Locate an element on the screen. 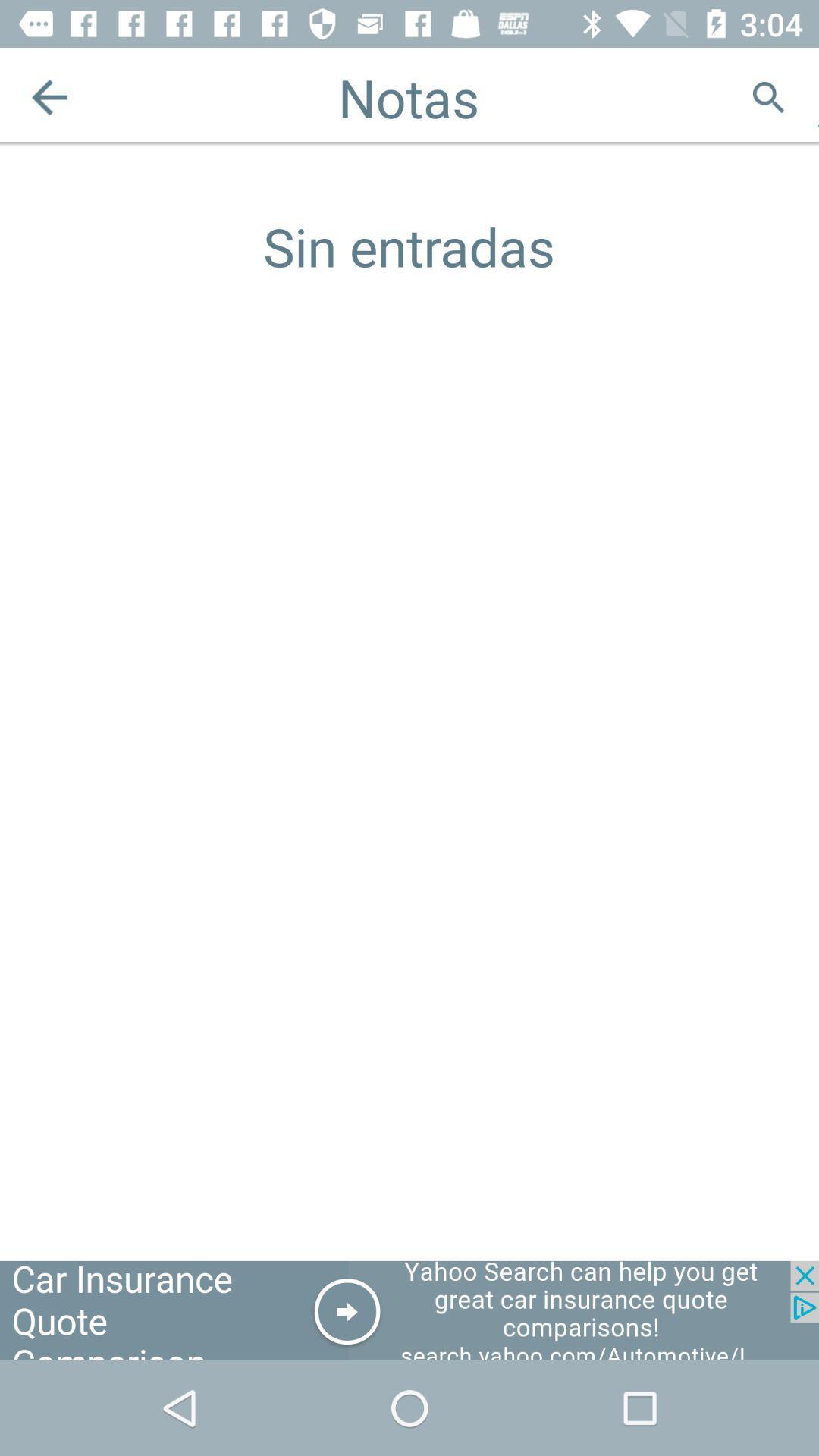 The width and height of the screenshot is (819, 1456). advertisement is located at coordinates (409, 1310).